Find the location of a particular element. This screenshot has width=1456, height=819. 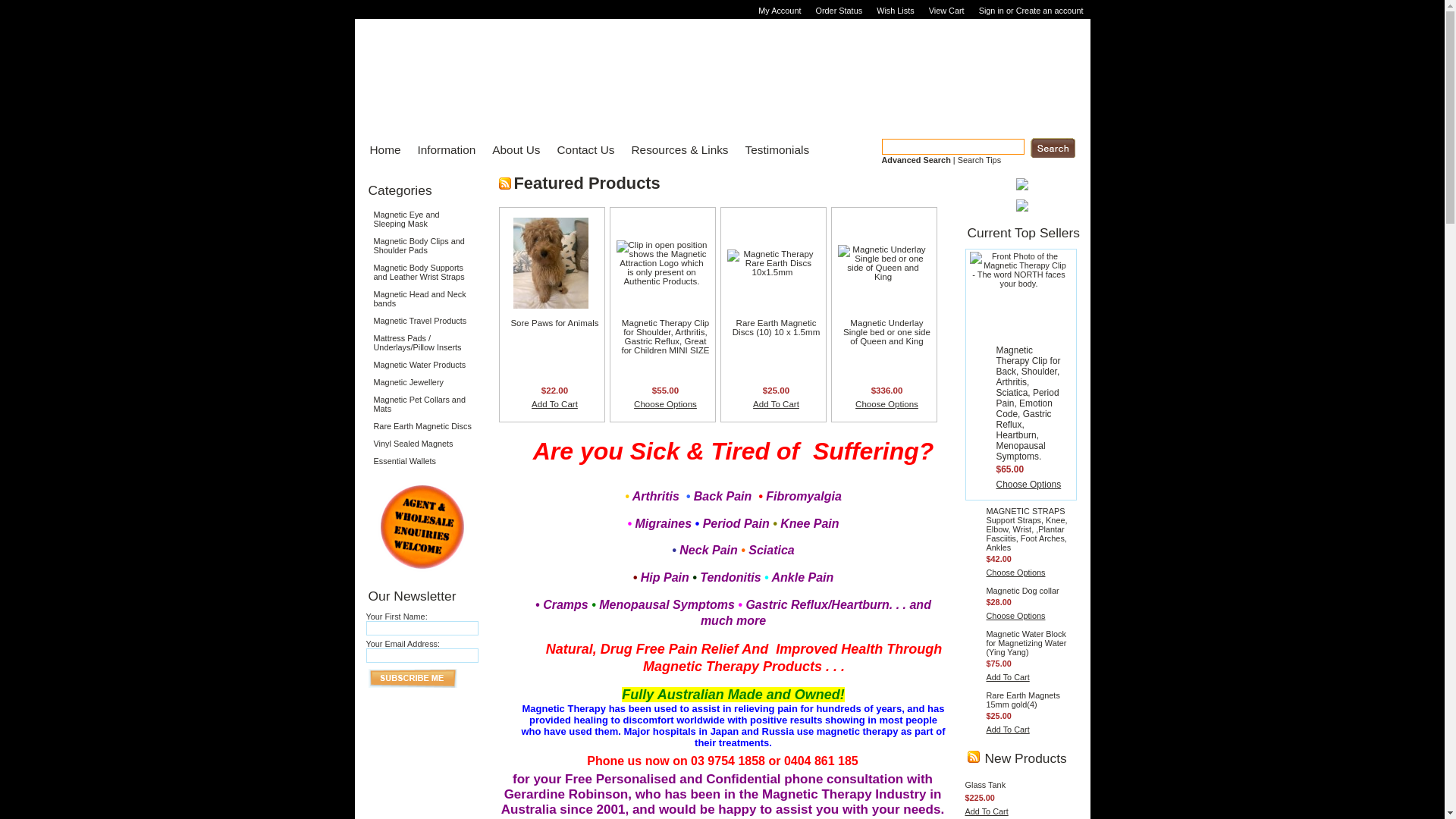

'Magnetic Jewellery' is located at coordinates (422, 381).